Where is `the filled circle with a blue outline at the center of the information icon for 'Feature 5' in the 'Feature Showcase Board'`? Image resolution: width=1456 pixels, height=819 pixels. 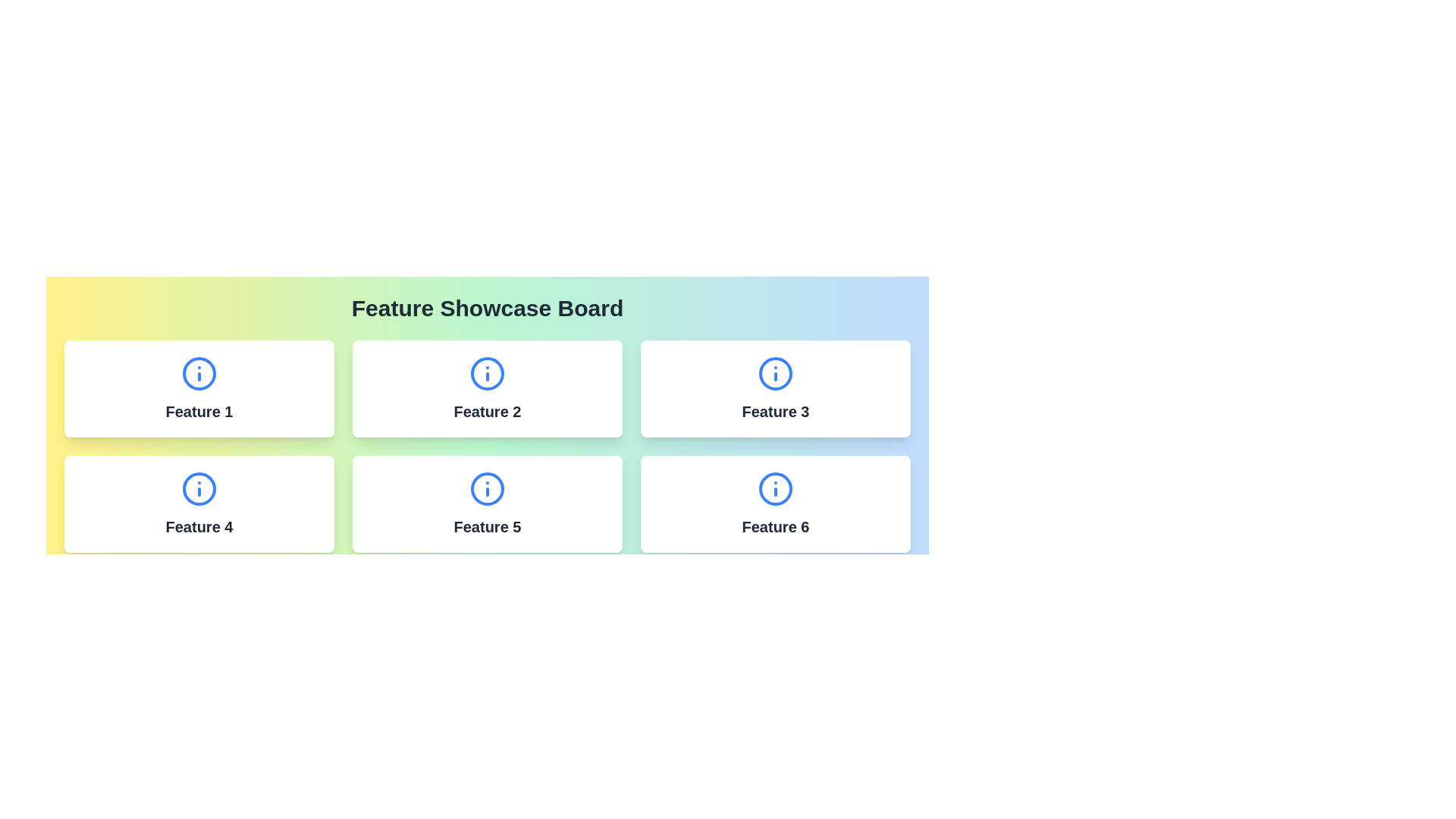
the filled circle with a blue outline at the center of the information icon for 'Feature 5' in the 'Feature Showcase Board' is located at coordinates (488, 488).